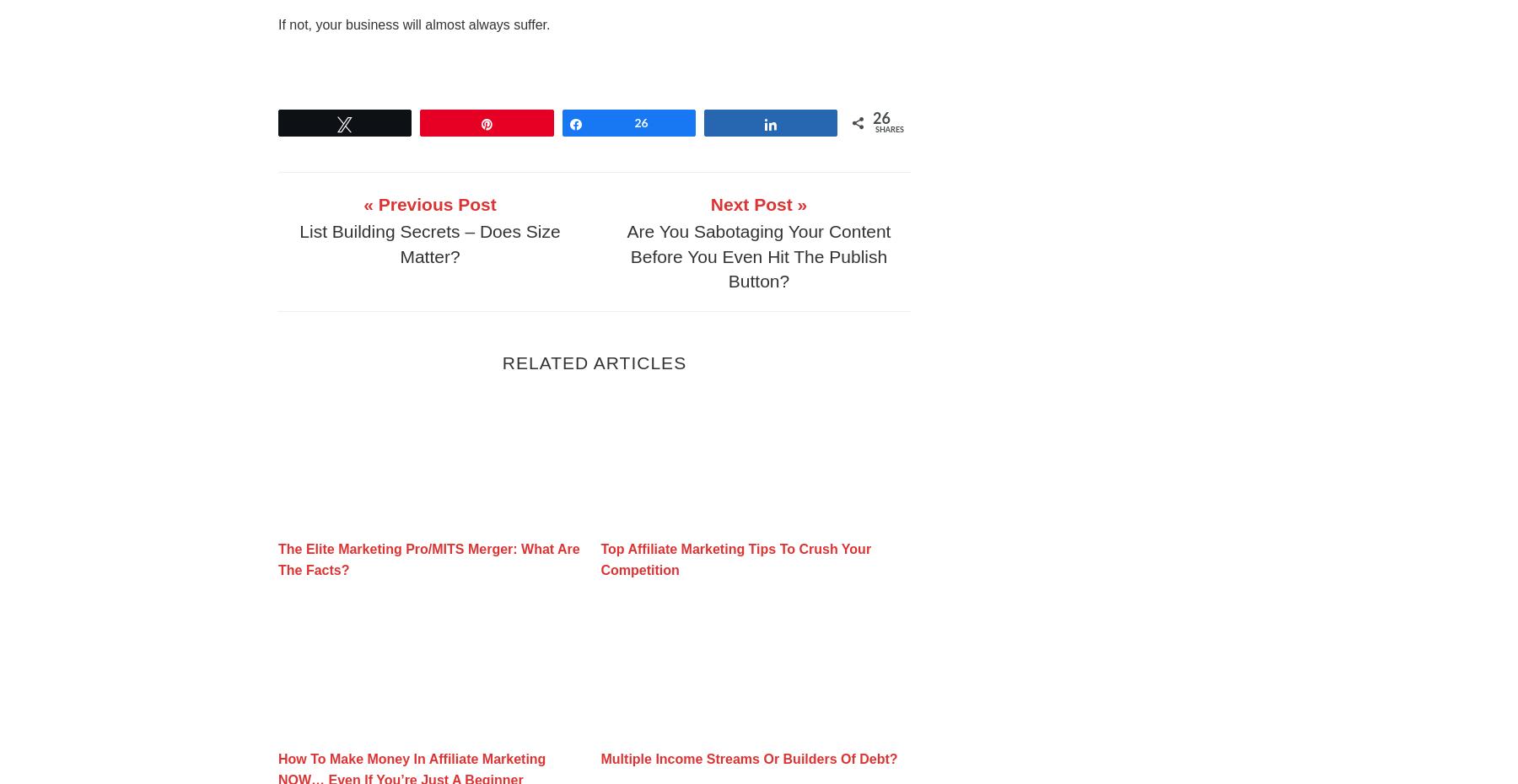 The width and height of the screenshot is (1518, 784). What do you see at coordinates (428, 558) in the screenshot?
I see `'The Elite Marketing Pro/MITS Merger:  What Are The Facts?'` at bounding box center [428, 558].